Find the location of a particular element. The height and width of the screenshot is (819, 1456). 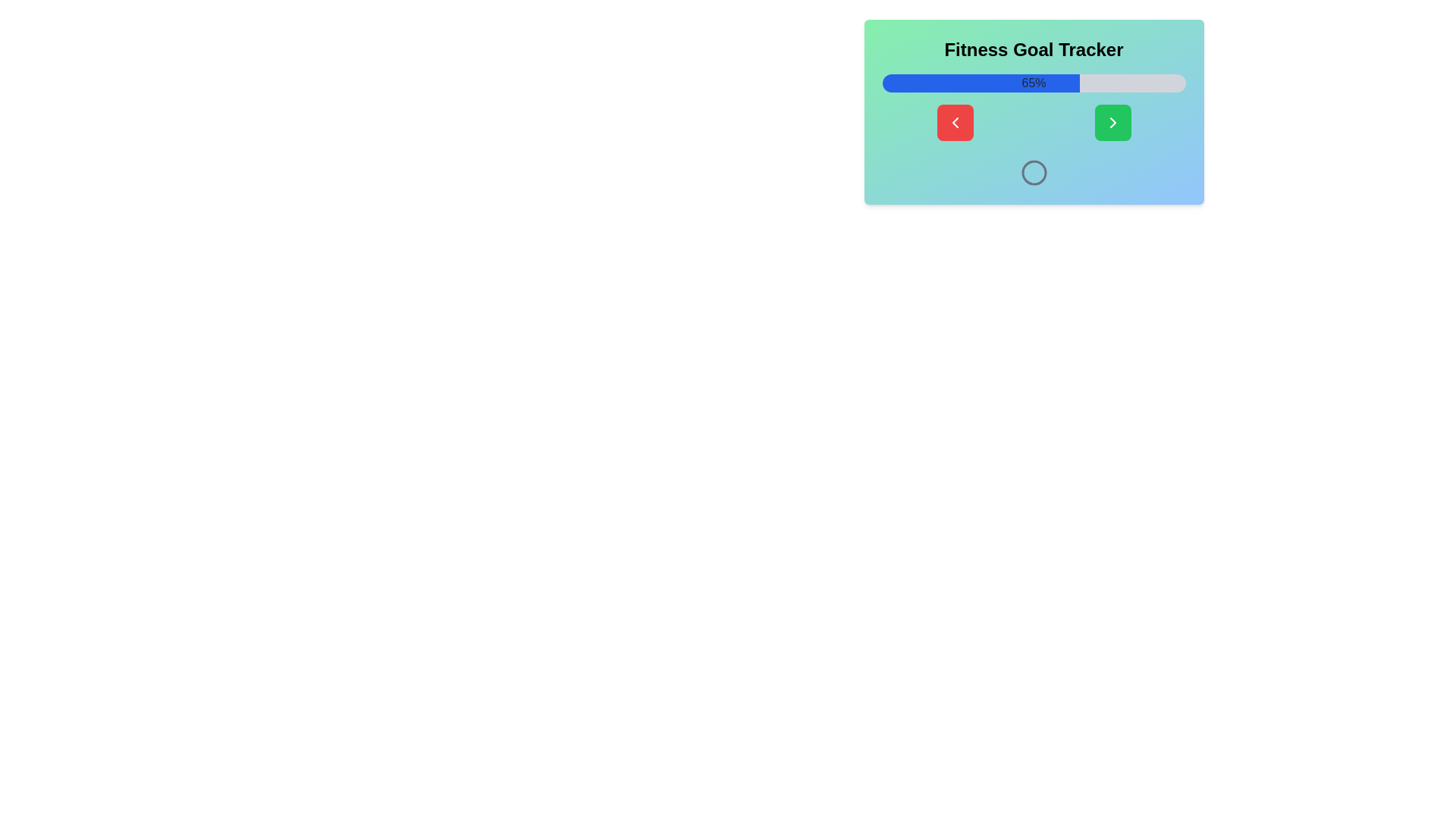

the blue progress indicator segment representing 65% completion in the Fitness Goal Tracker interface is located at coordinates (981, 83).